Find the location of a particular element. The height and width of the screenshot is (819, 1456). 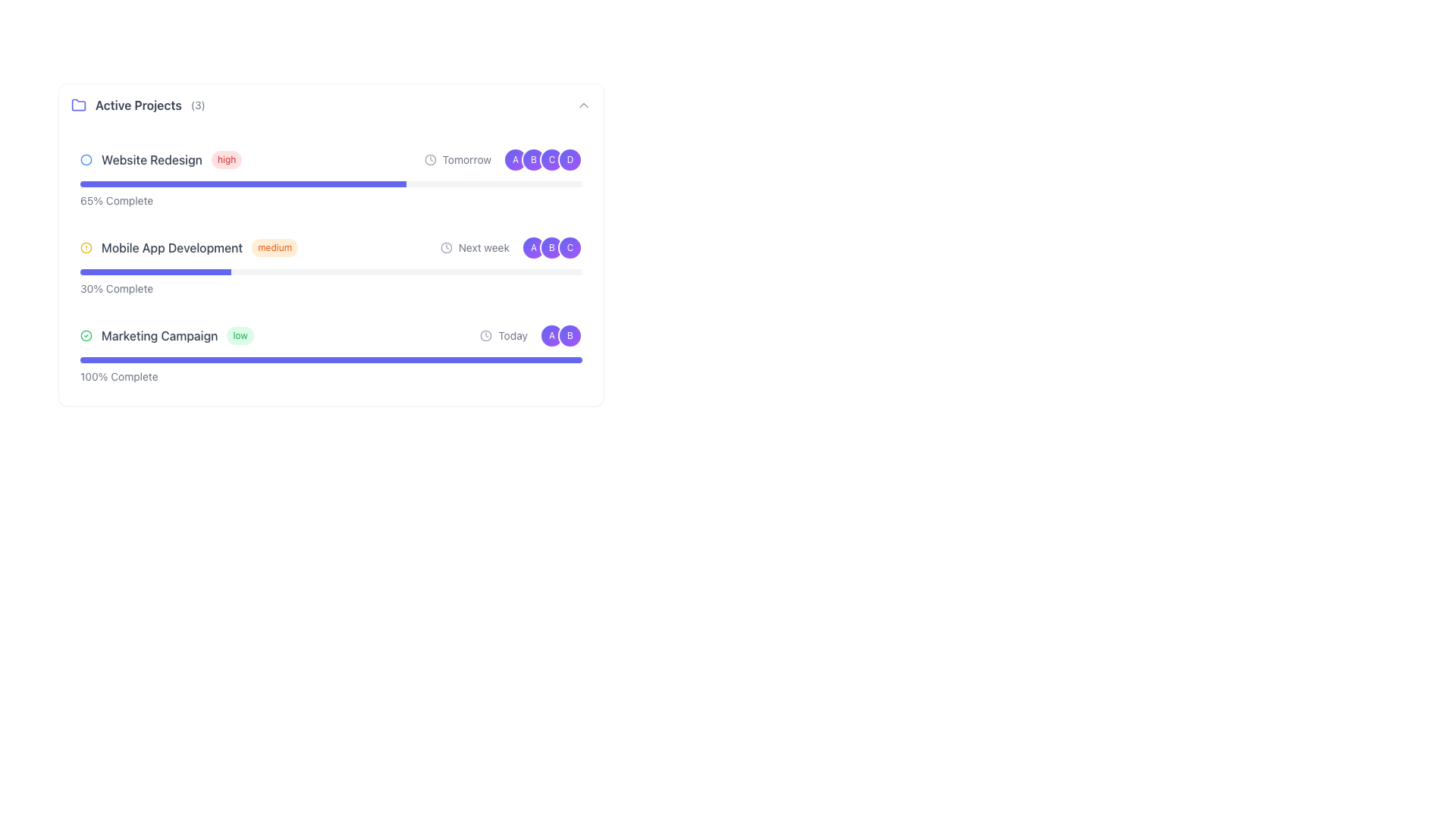

the icons in the Composite element displaying task scheduling information ('Next week') located to the right of the 'Mobile App Development' text in the second project under the 'Active Projects' section is located at coordinates (510, 247).